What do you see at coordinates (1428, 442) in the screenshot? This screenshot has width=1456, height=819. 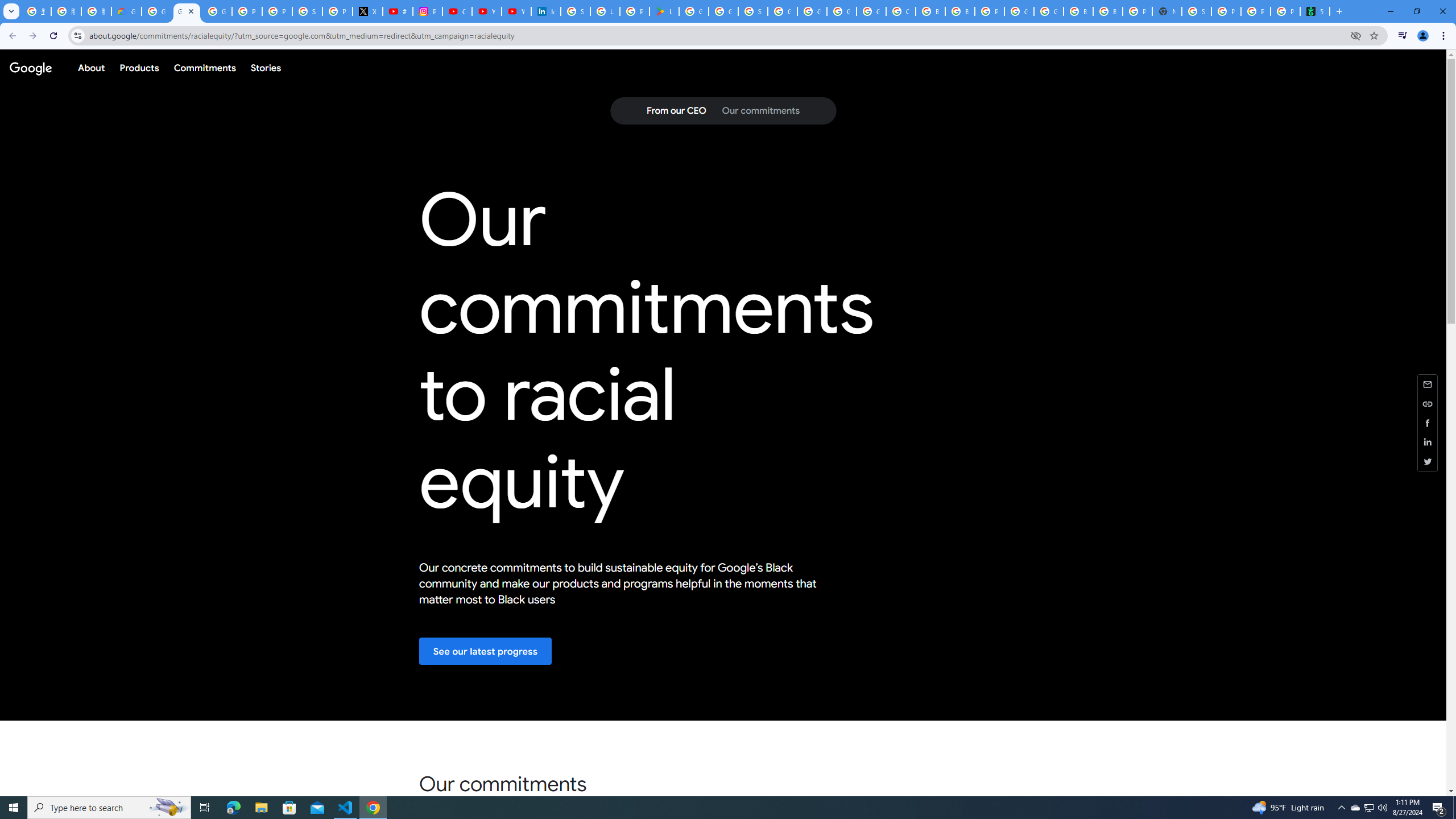 I see `'Share this page (LinkedIn)'` at bounding box center [1428, 442].